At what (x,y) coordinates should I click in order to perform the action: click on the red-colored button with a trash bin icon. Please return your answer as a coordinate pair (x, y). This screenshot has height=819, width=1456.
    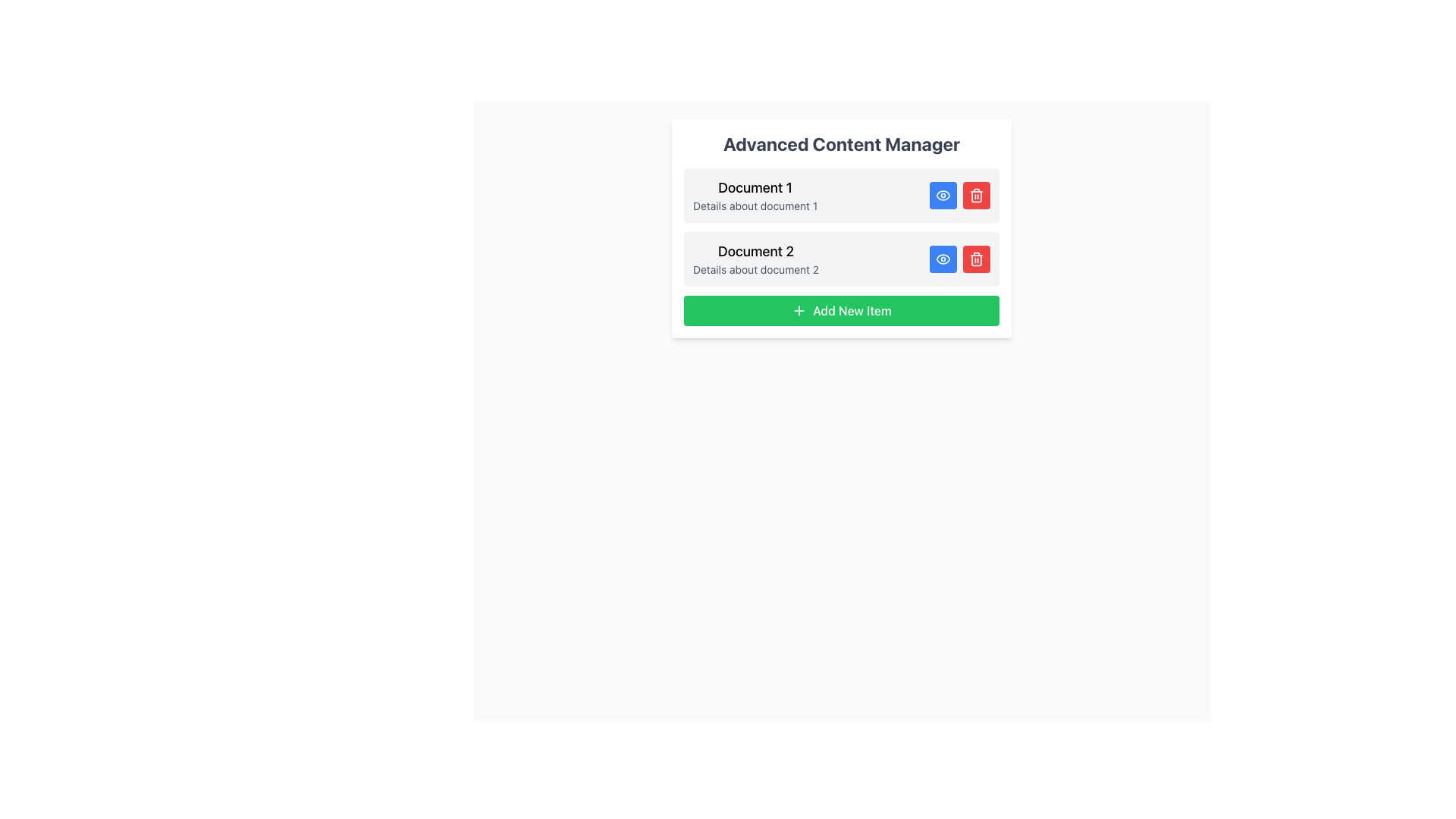
    Looking at the image, I should click on (976, 259).